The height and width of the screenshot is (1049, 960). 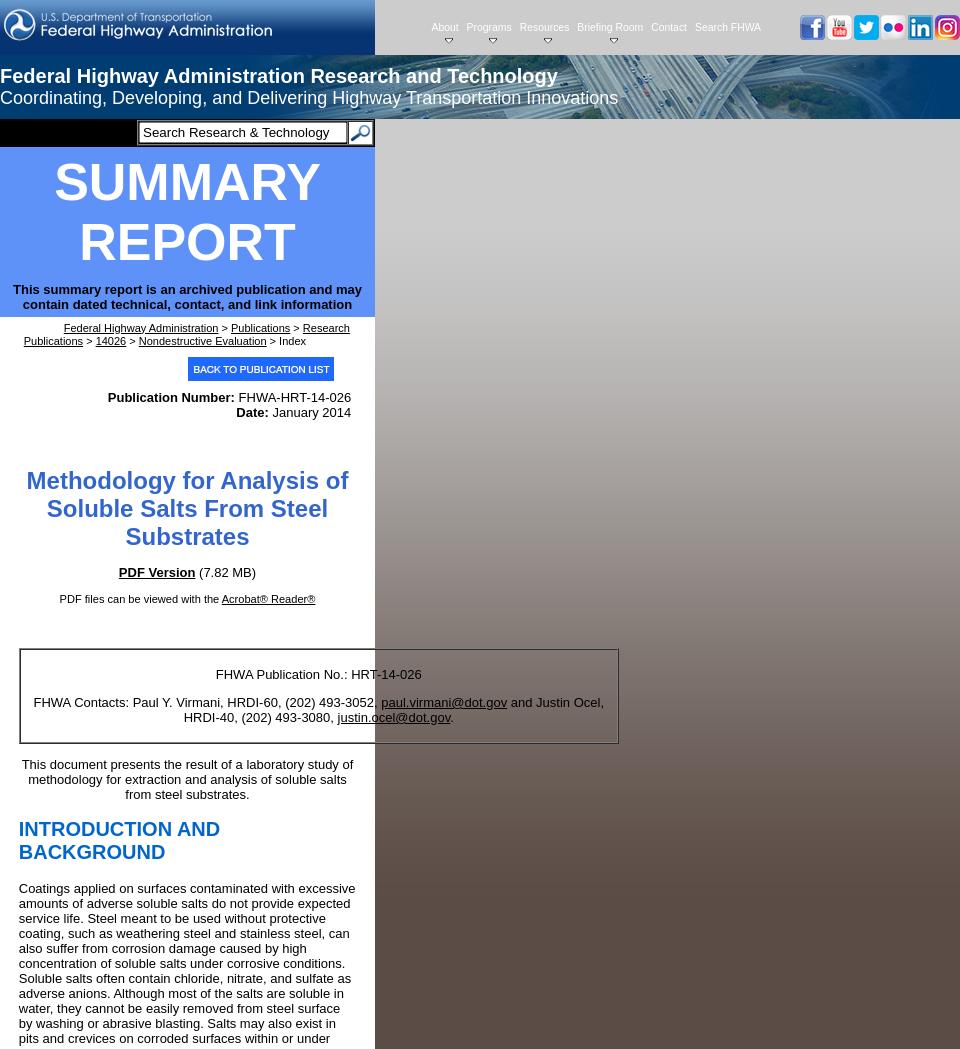 I want to click on '14026', so click(x=110, y=338).